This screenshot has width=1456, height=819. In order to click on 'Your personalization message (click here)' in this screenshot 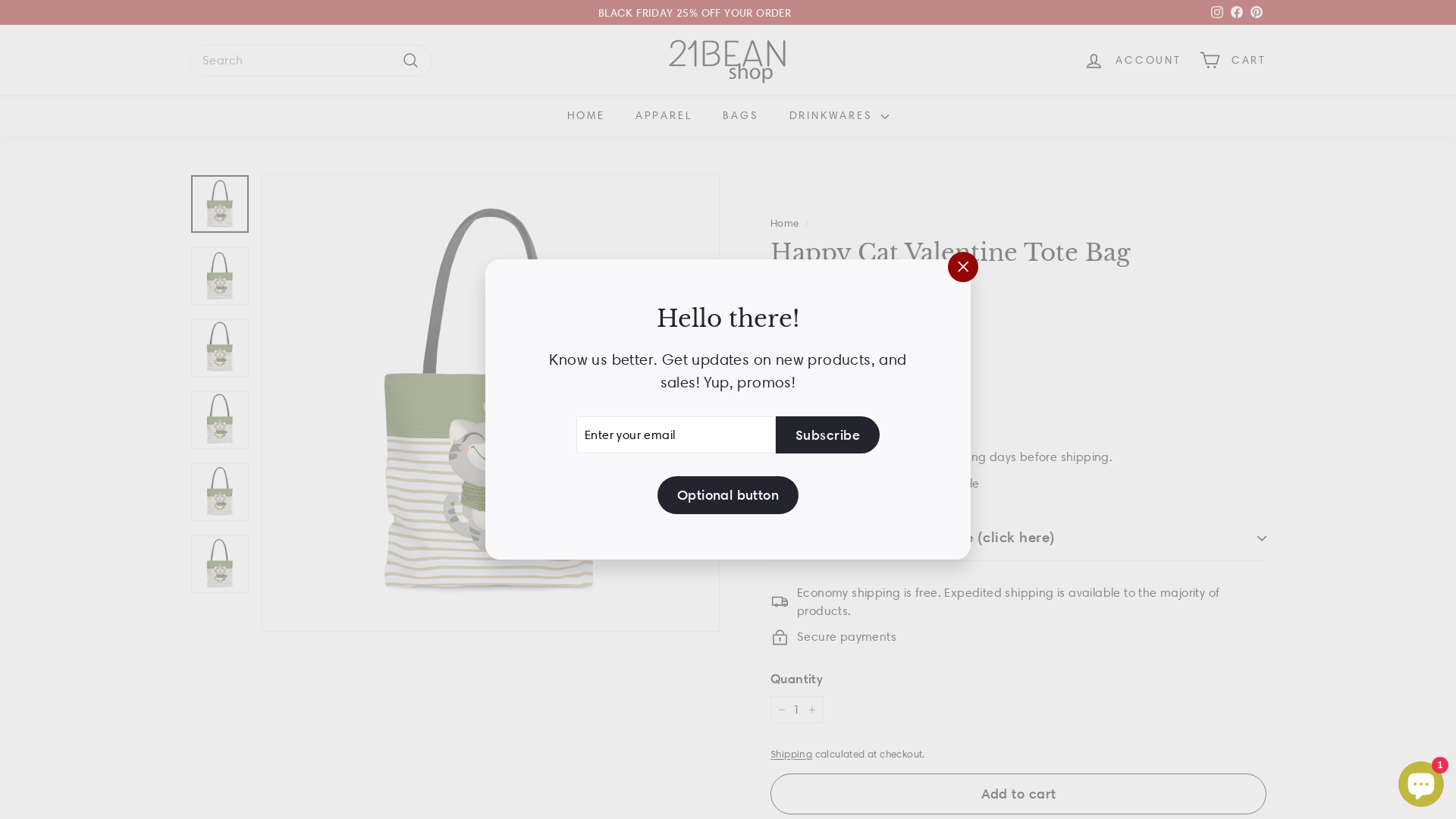, I will do `click(1018, 537)`.